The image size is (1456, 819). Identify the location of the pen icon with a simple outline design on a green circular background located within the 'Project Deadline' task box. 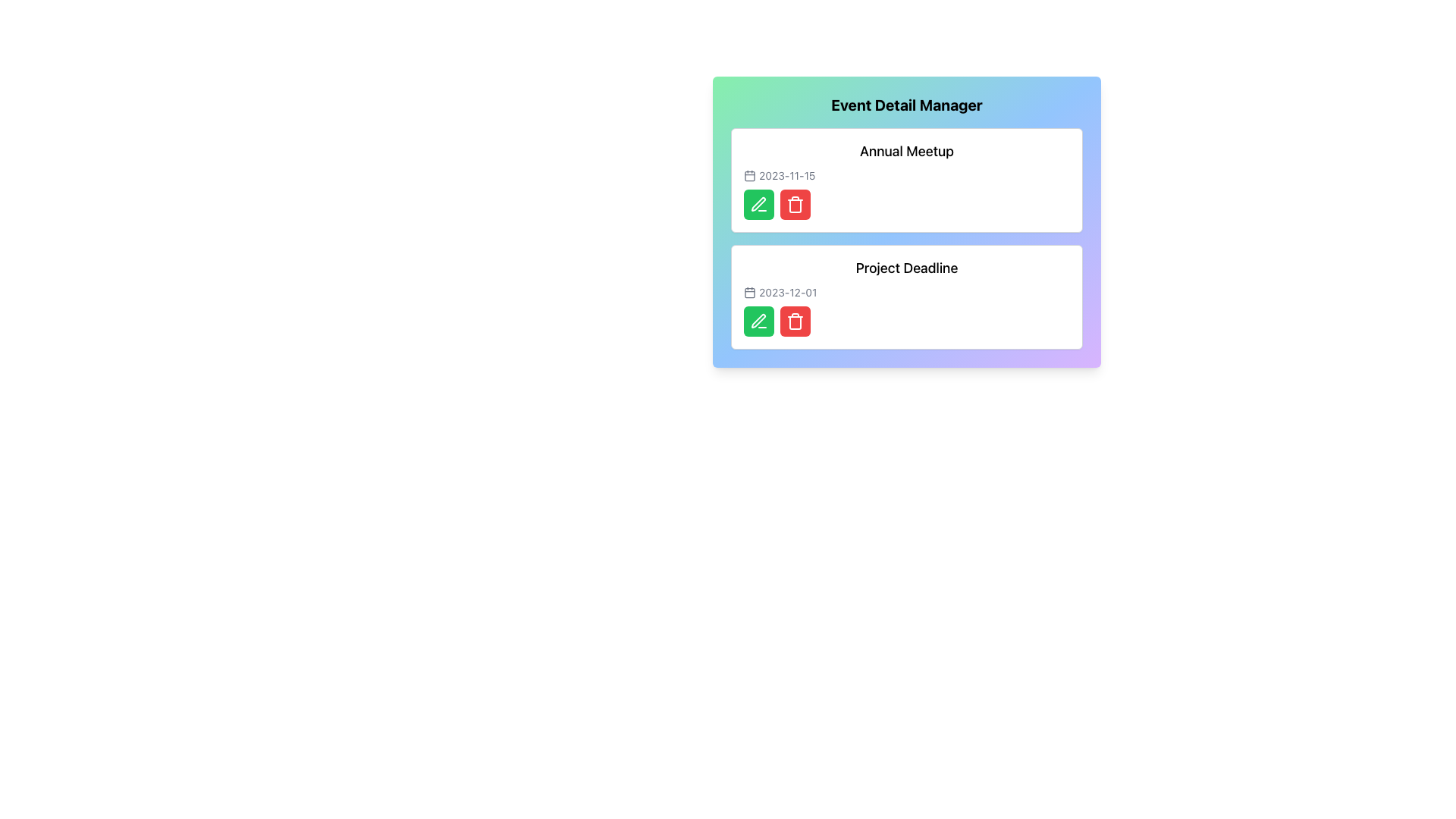
(759, 321).